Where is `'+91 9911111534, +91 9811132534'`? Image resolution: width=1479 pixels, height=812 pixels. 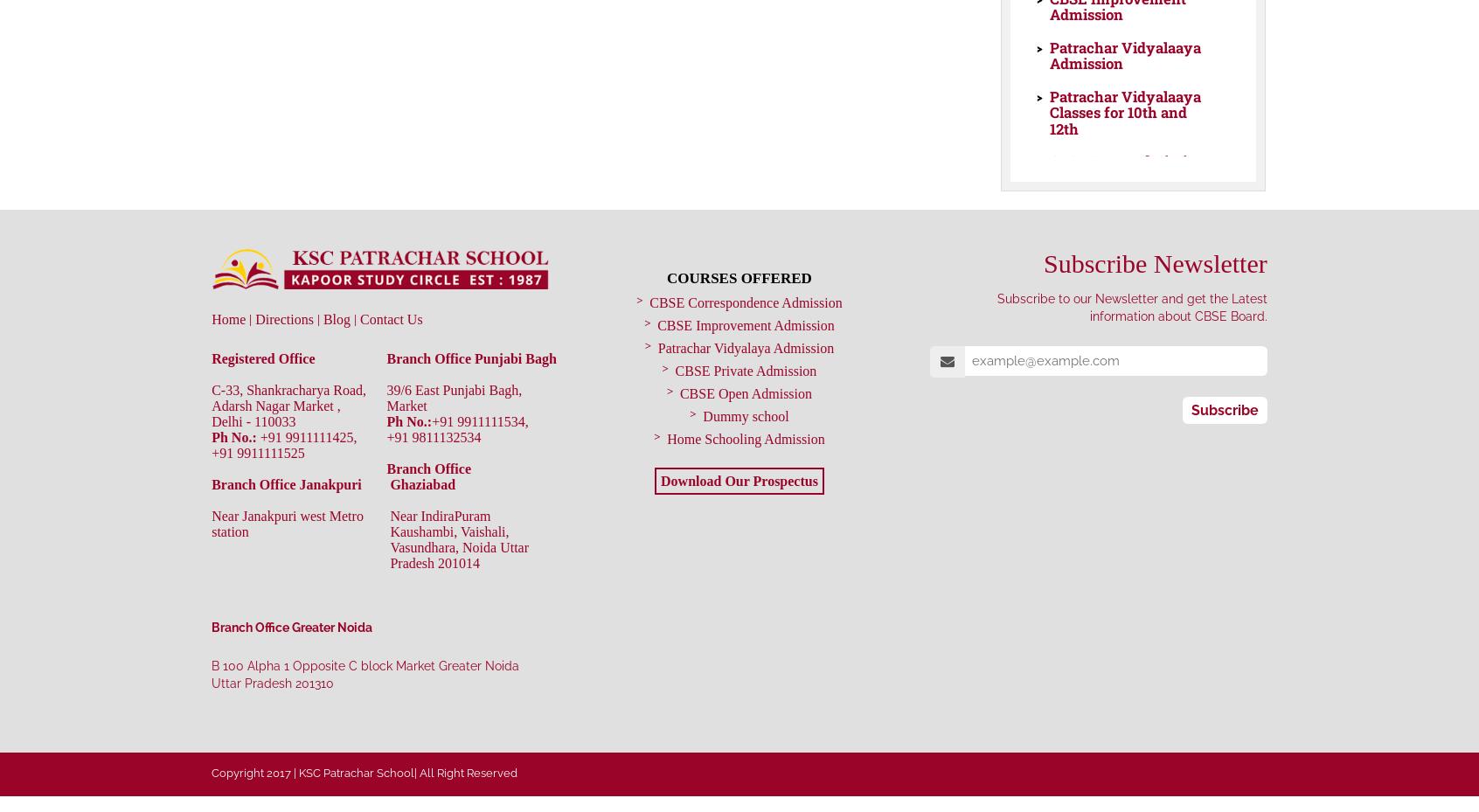 '+91 9911111534, +91 9811132534' is located at coordinates (456, 428).